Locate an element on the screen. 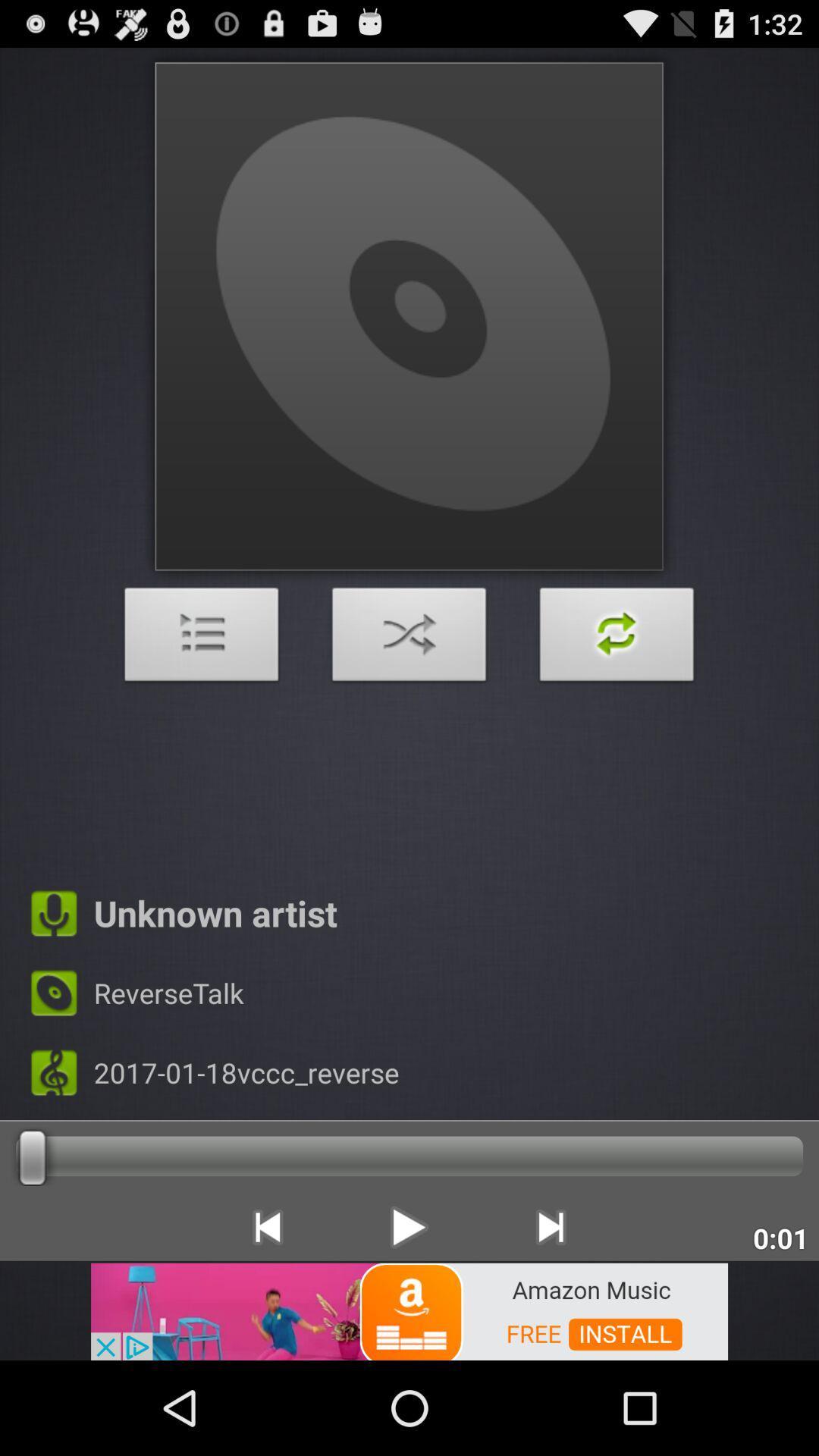 This screenshot has height=1456, width=819. this is an advertisement is located at coordinates (409, 1310).